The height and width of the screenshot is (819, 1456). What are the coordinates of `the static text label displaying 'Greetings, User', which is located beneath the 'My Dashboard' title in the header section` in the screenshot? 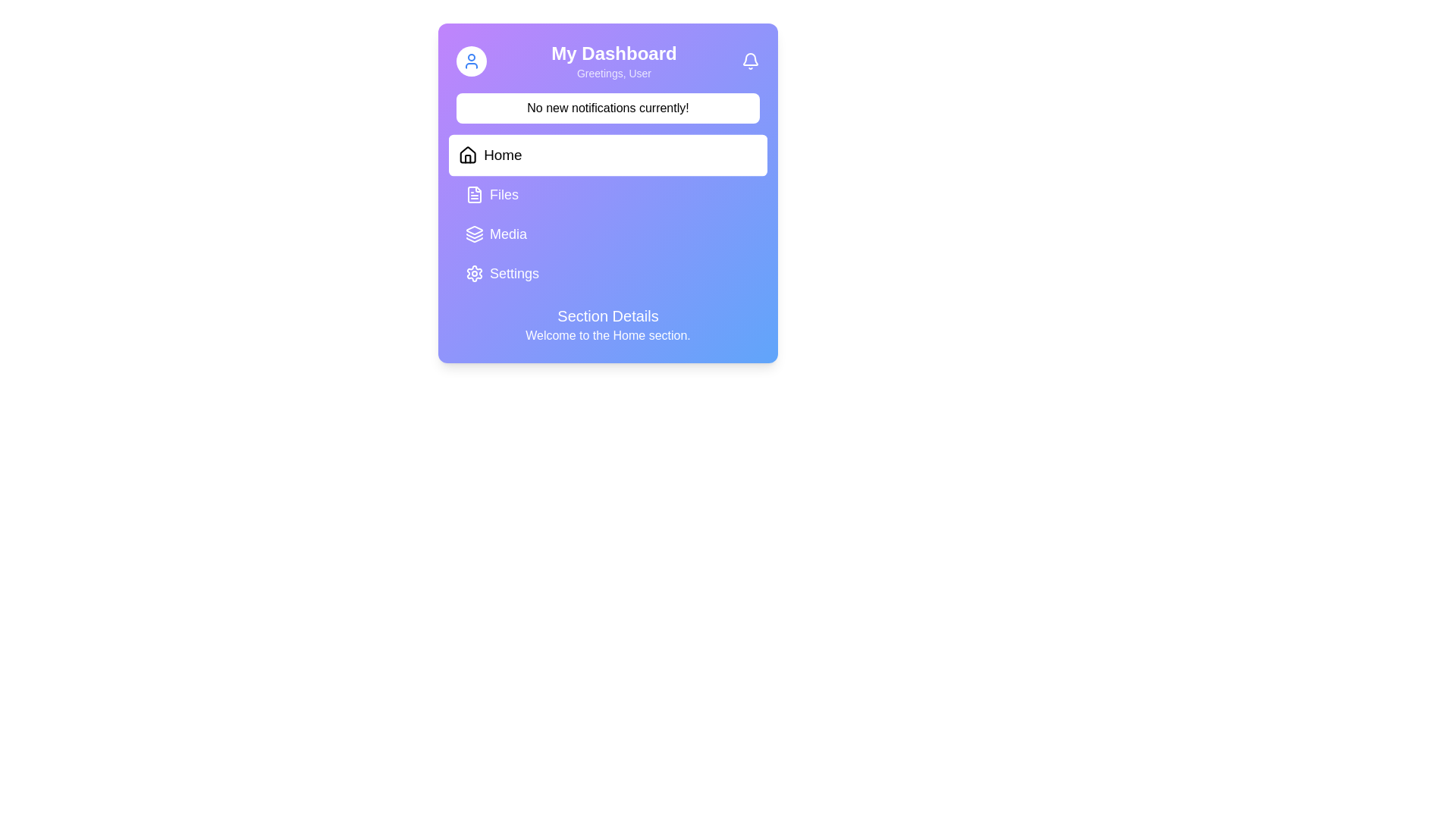 It's located at (614, 73).